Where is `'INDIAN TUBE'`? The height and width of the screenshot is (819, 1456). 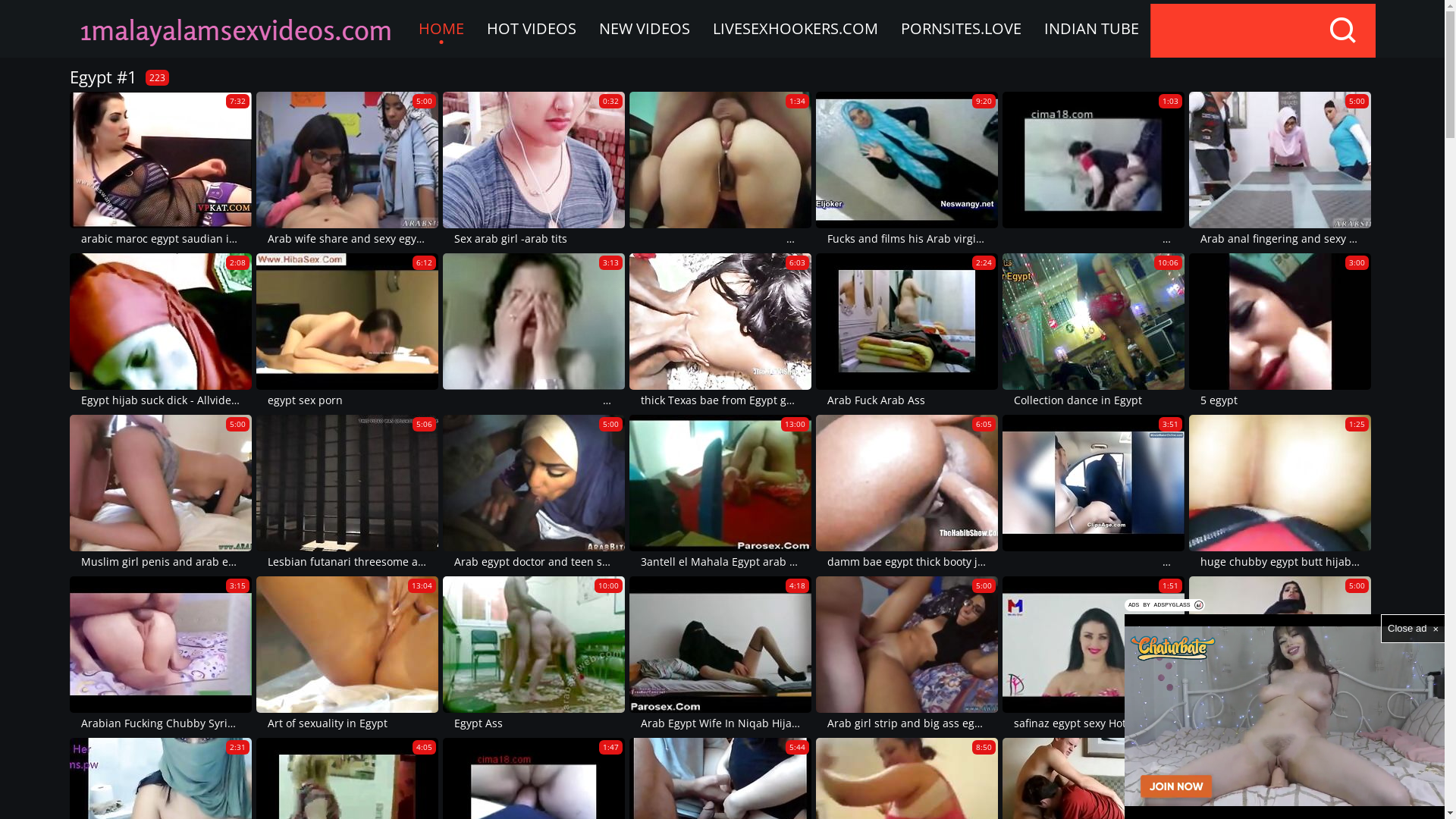 'INDIAN TUBE' is located at coordinates (1090, 29).